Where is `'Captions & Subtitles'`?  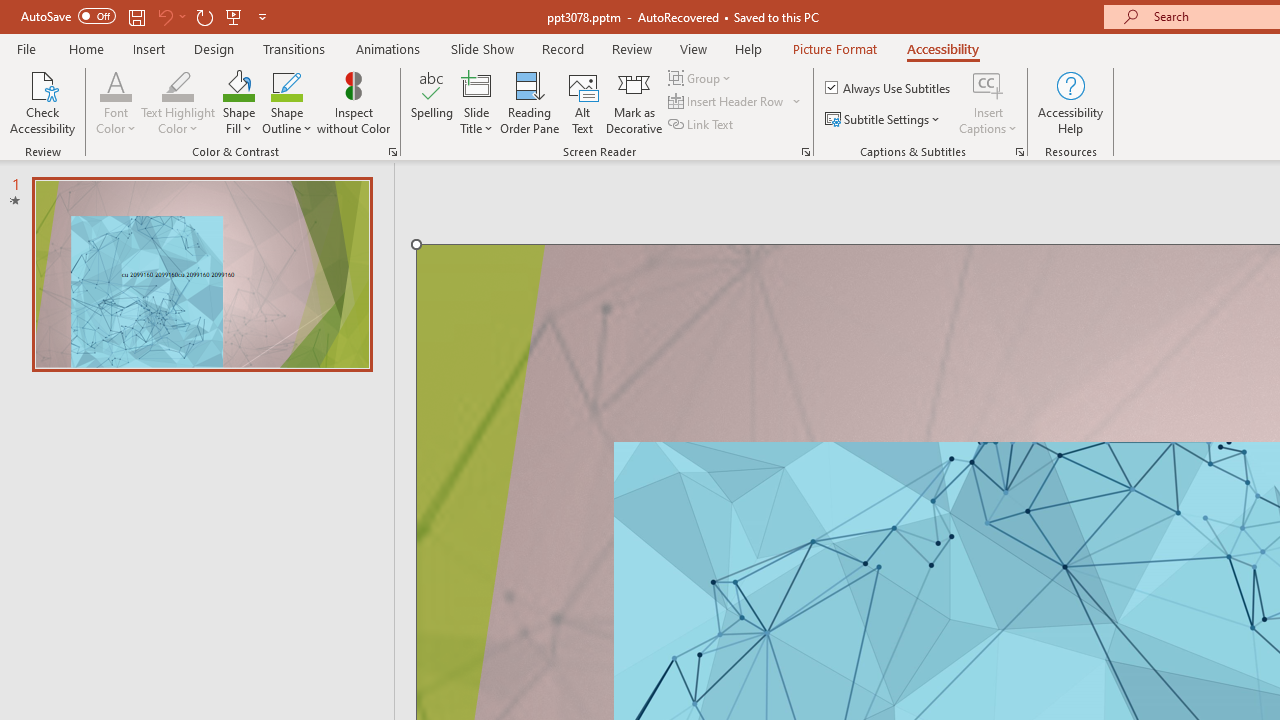 'Captions & Subtitles' is located at coordinates (1020, 150).